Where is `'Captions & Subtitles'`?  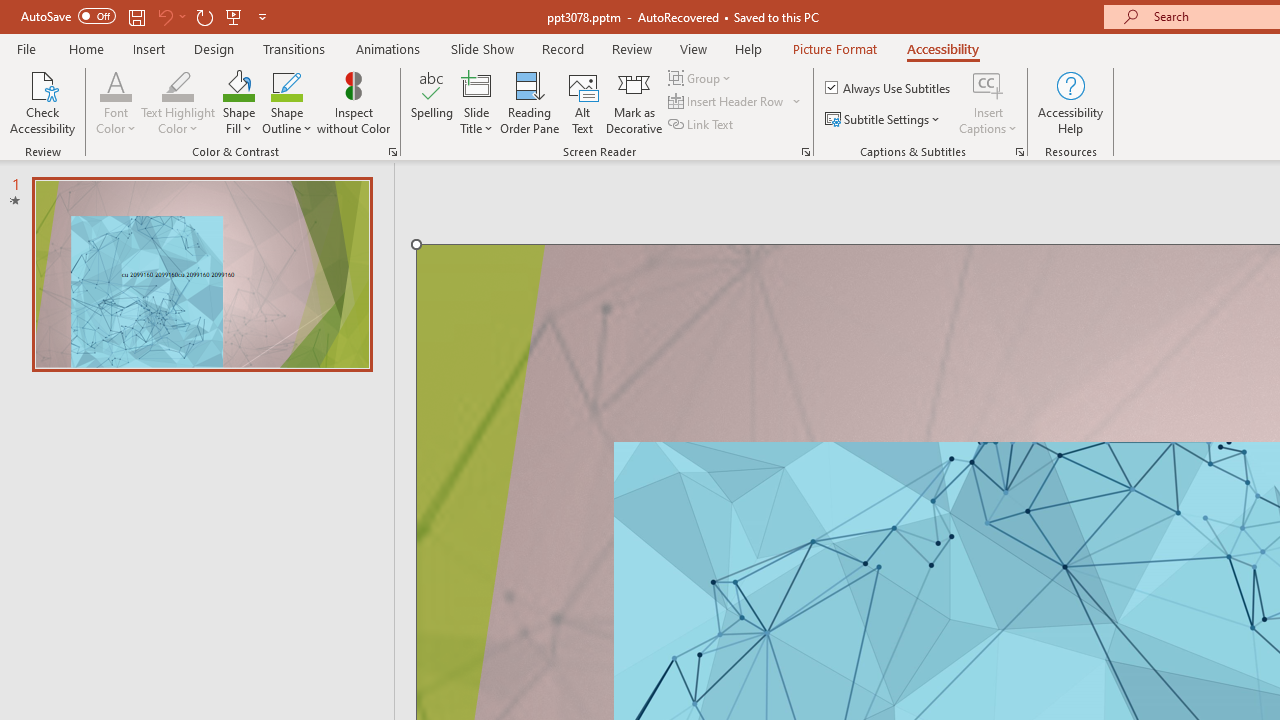 'Captions & Subtitles' is located at coordinates (1020, 150).